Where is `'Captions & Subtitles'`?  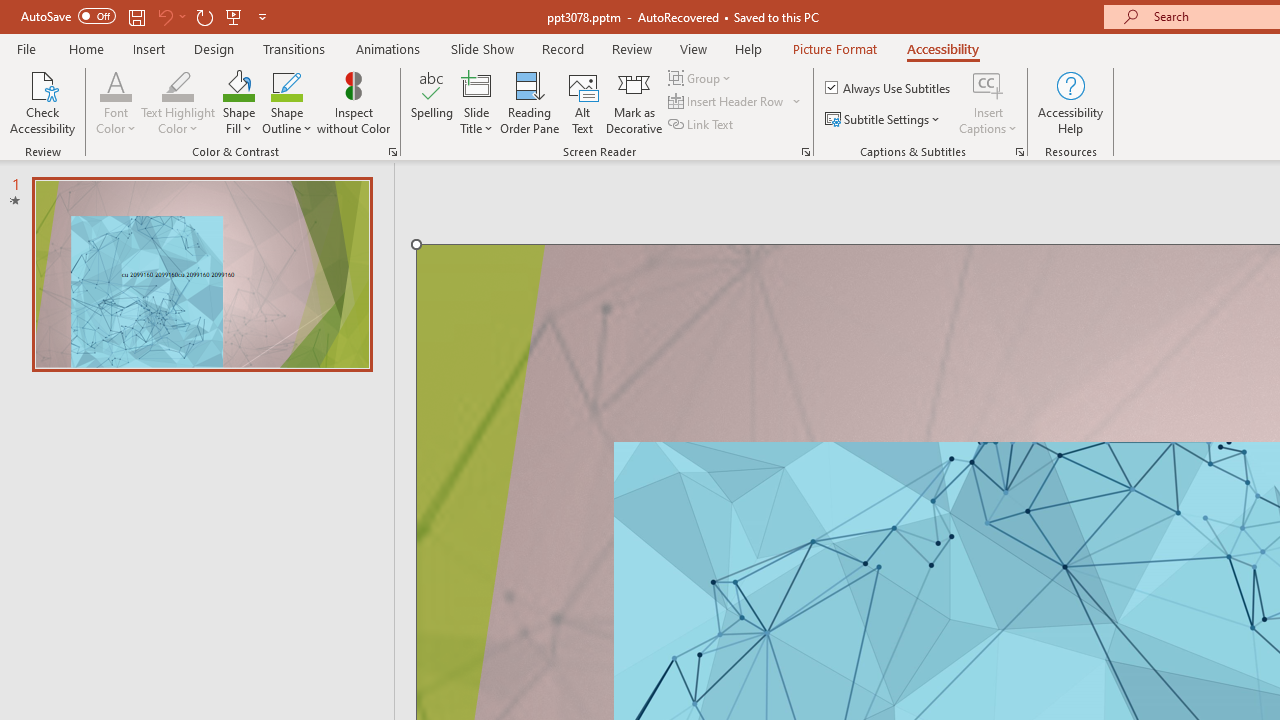 'Captions & Subtitles' is located at coordinates (1020, 150).